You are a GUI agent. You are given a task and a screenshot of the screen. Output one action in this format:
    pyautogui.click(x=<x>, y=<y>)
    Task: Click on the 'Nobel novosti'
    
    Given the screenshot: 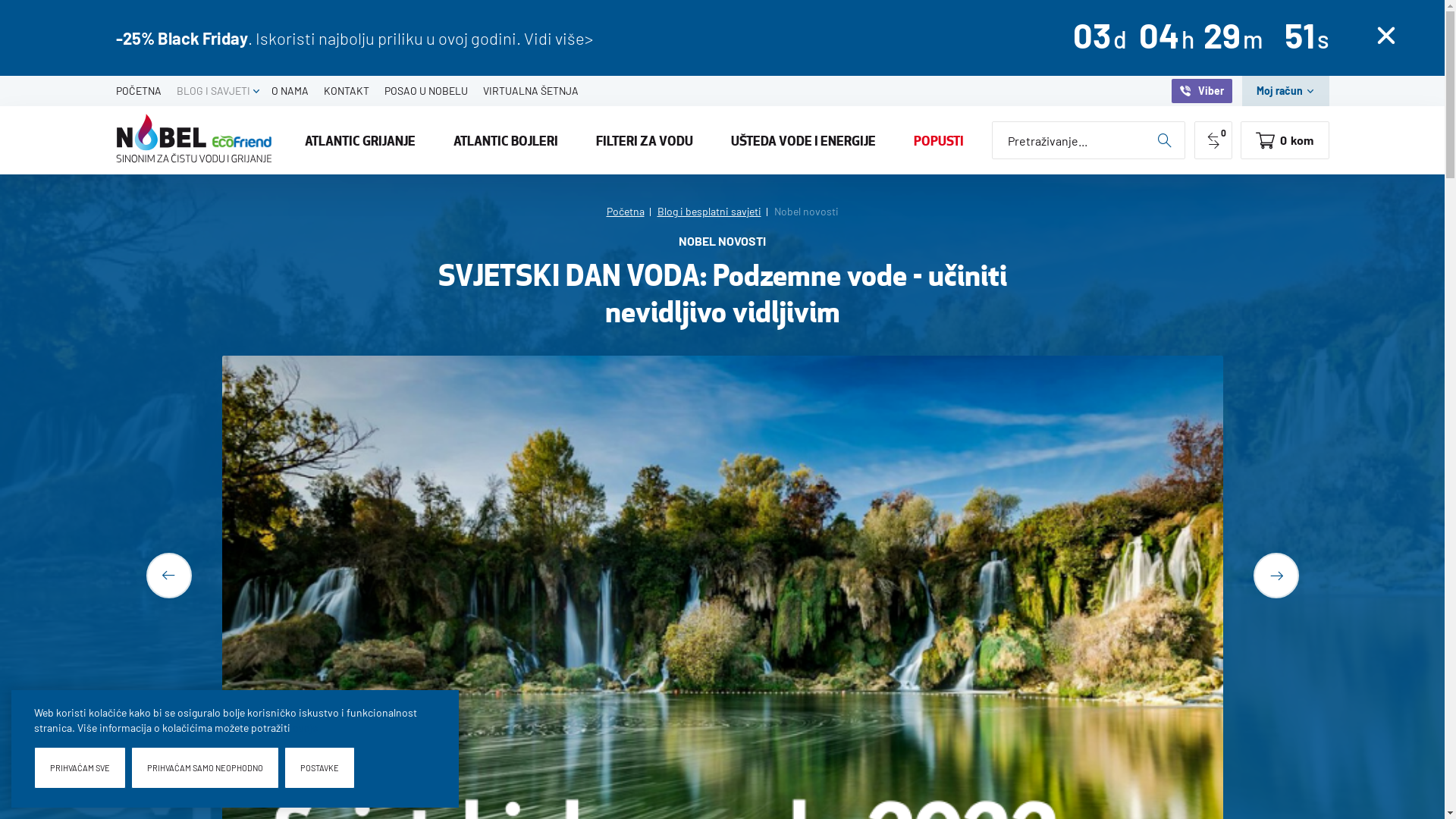 What is the action you would take?
    pyautogui.click(x=805, y=211)
    